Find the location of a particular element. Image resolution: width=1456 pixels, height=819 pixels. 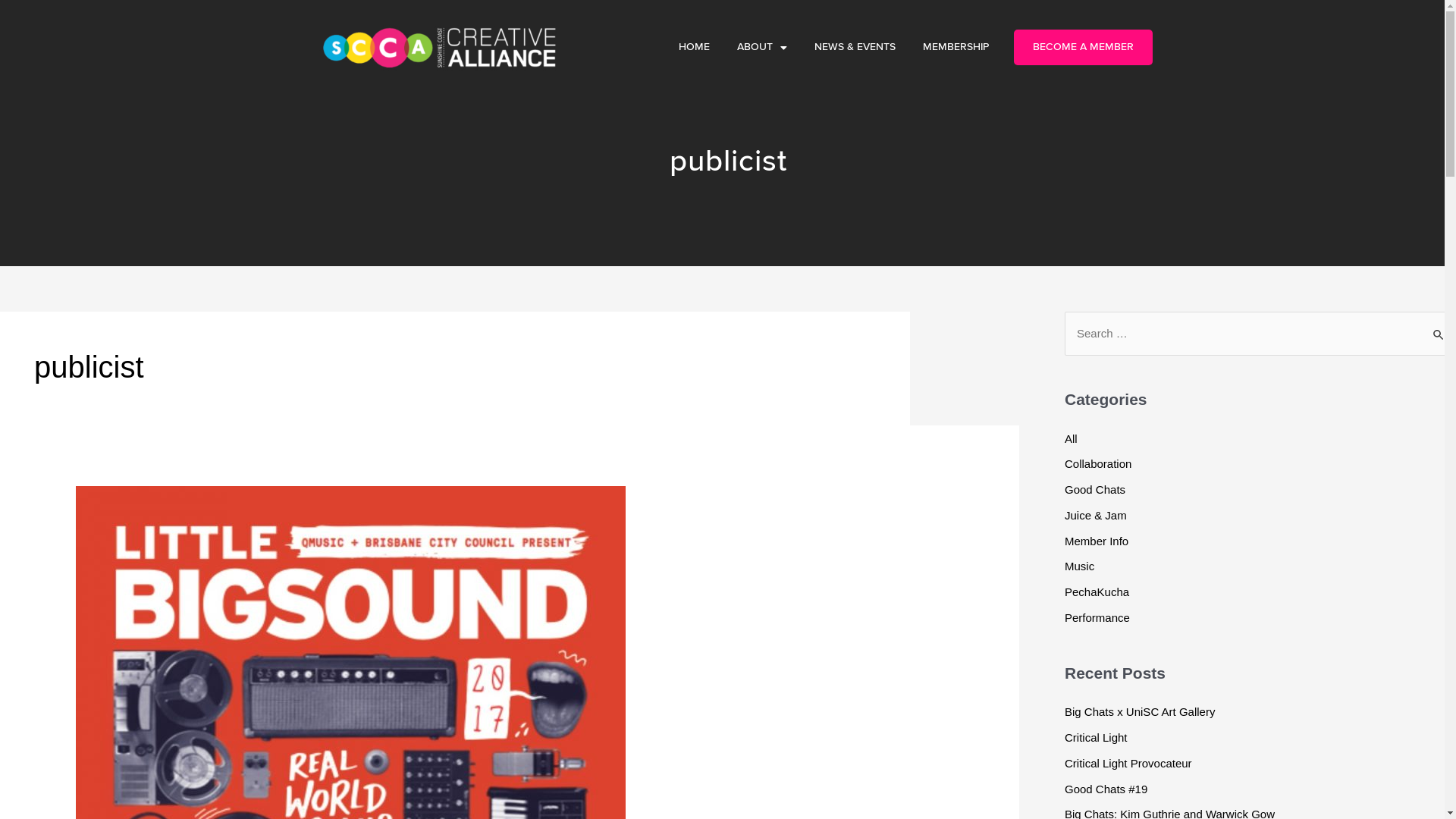

'Critical Light' is located at coordinates (1063, 736).